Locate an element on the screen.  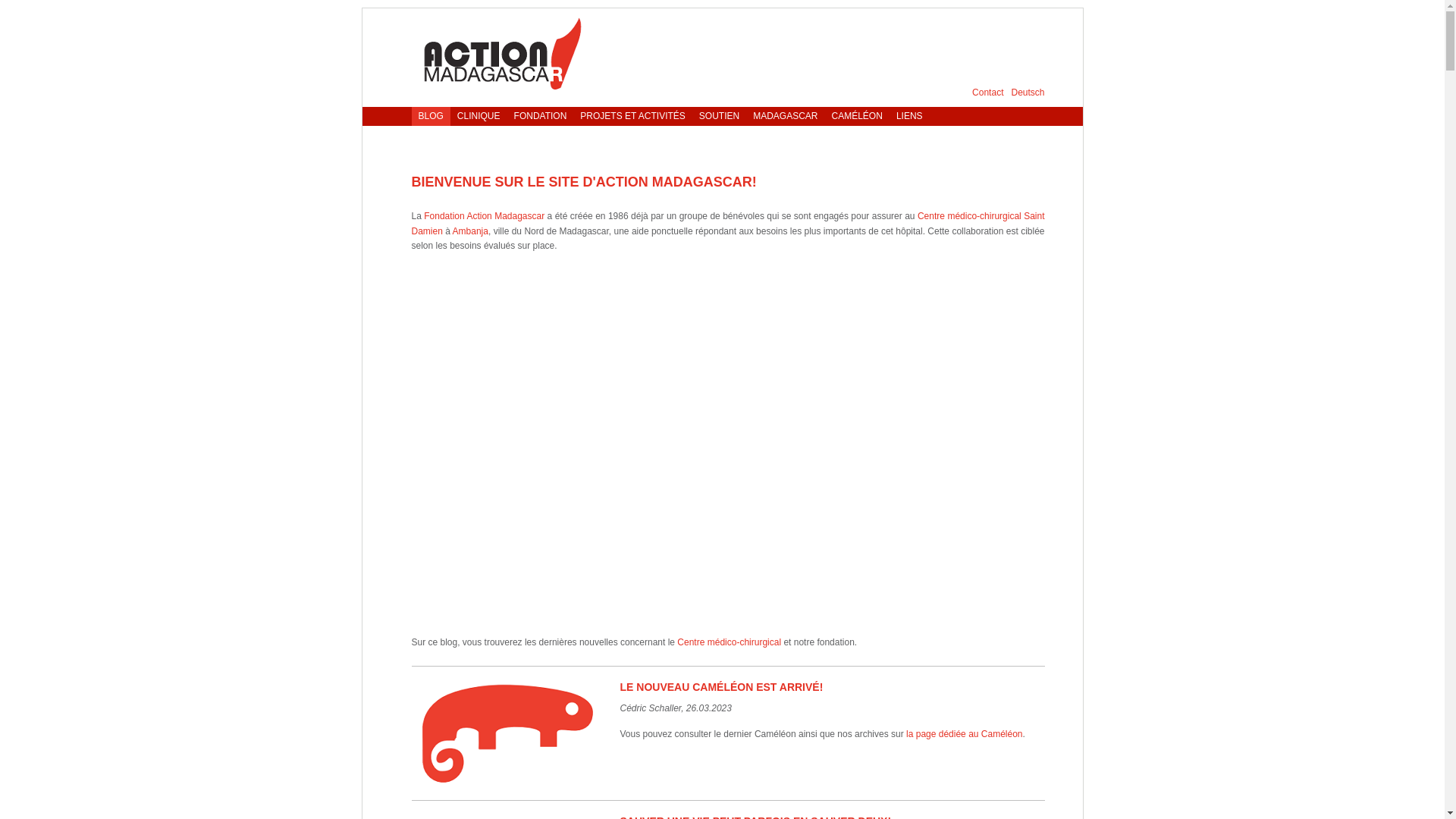
'Contact' is located at coordinates (971, 93).